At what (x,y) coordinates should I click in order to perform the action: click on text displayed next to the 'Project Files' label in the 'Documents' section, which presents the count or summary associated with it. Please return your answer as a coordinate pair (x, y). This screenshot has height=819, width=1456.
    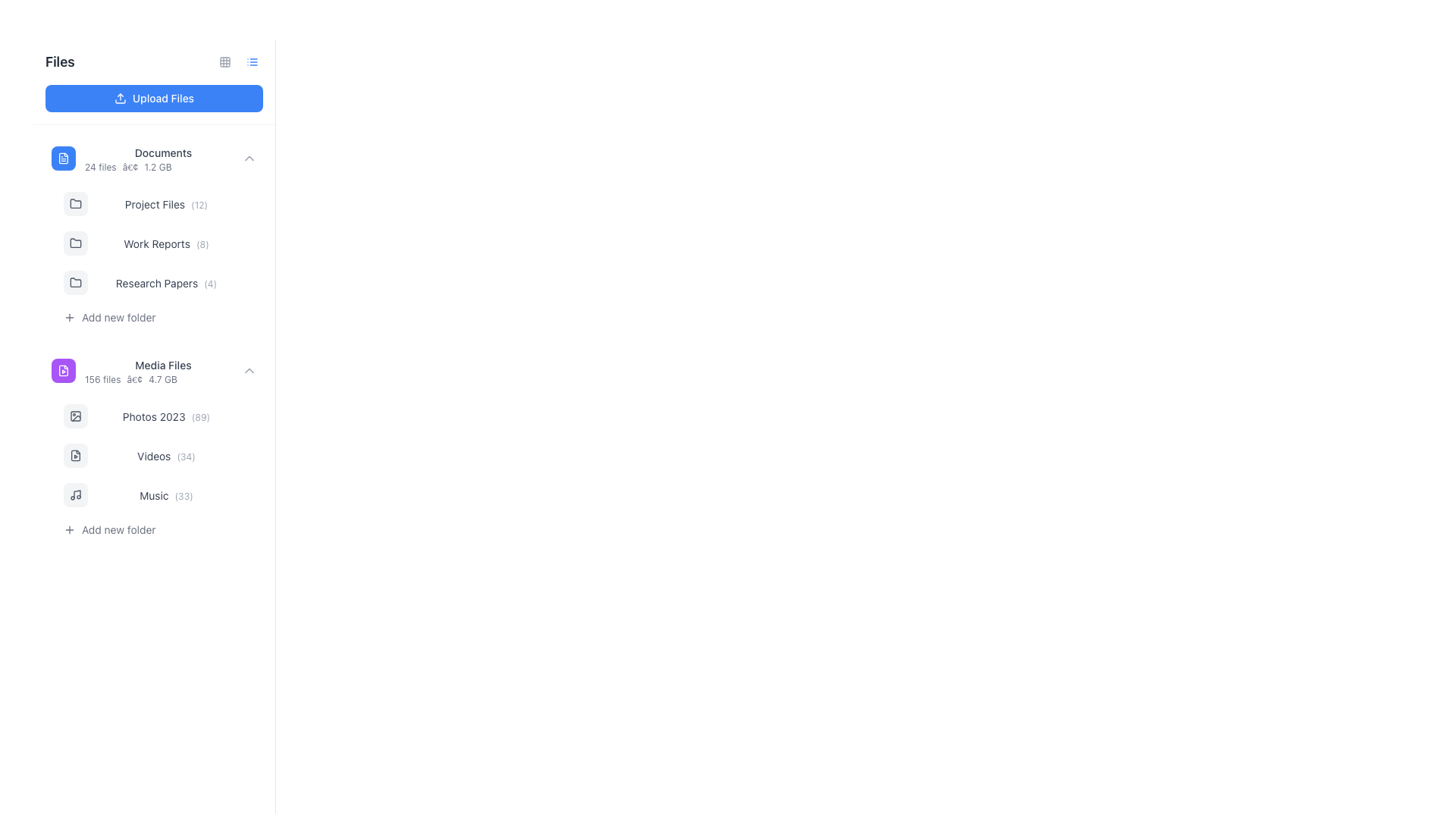
    Looking at the image, I should click on (199, 205).